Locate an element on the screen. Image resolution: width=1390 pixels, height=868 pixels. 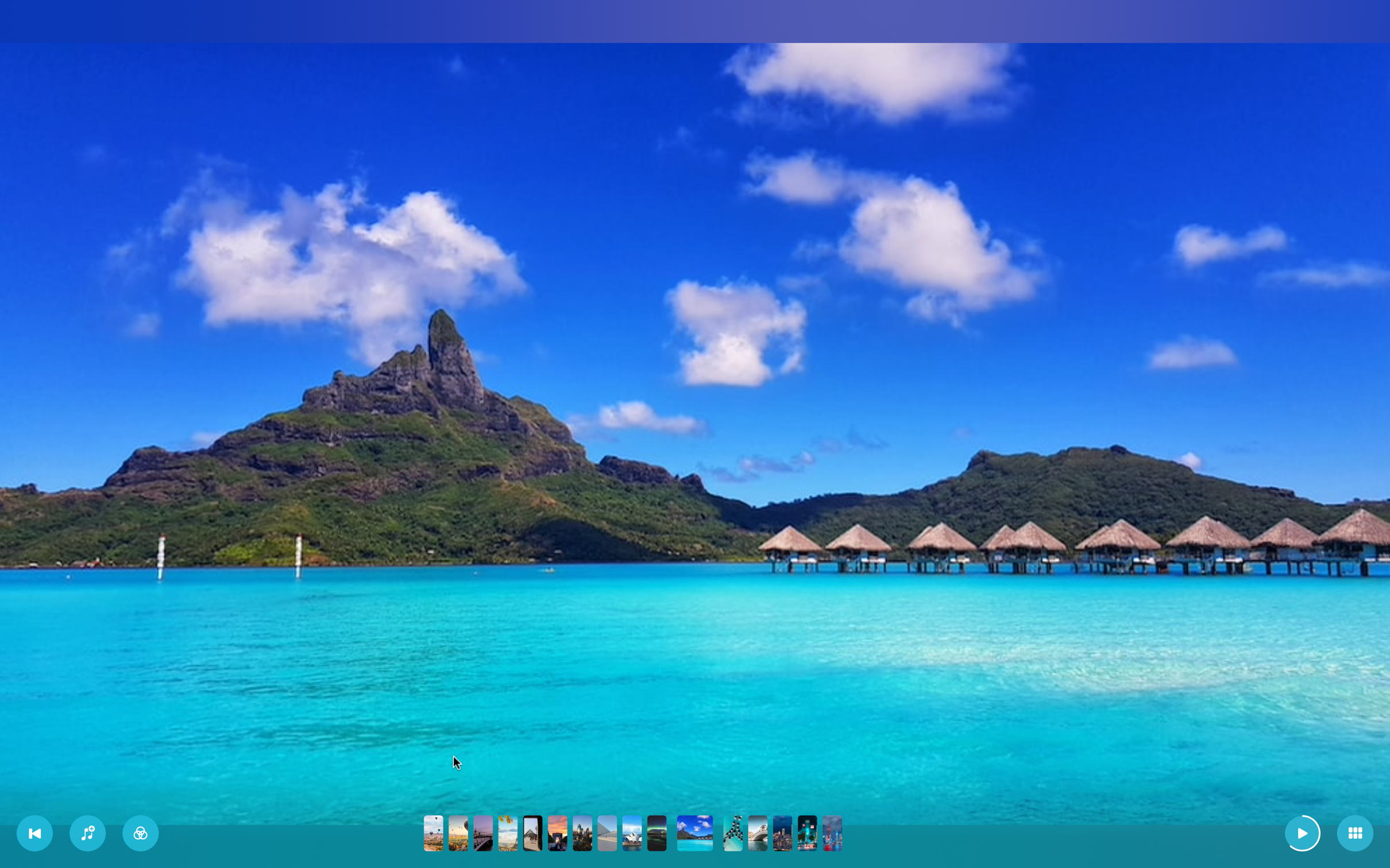
the starting point of the slideshow and put it on hold is located at coordinates (35, 834).